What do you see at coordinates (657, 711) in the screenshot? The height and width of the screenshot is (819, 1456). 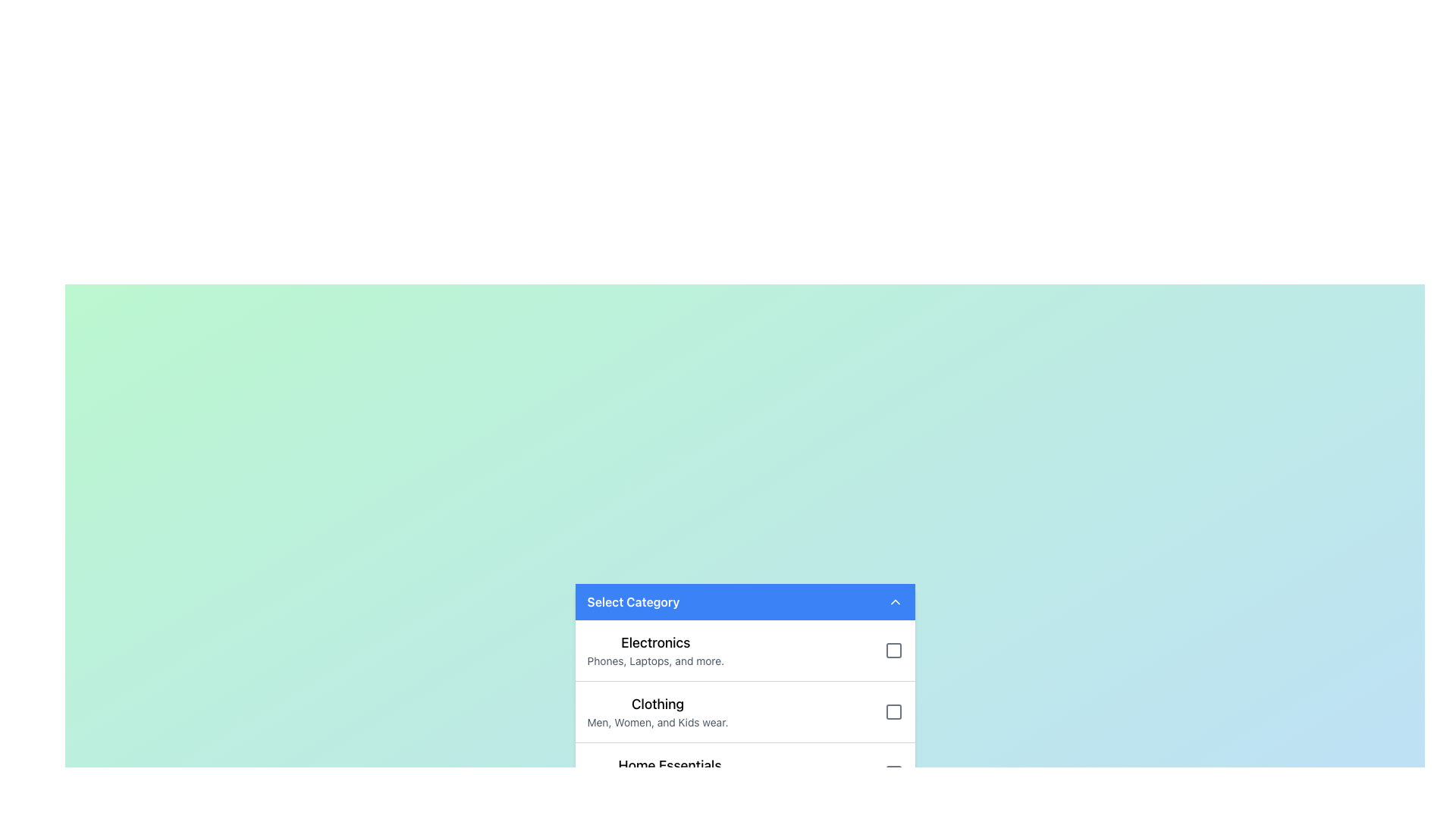 I see `the 'Clothing' category descriptor element located below the 'Select Category' header and after the 'Electronics' section in the categorization interface` at bounding box center [657, 711].